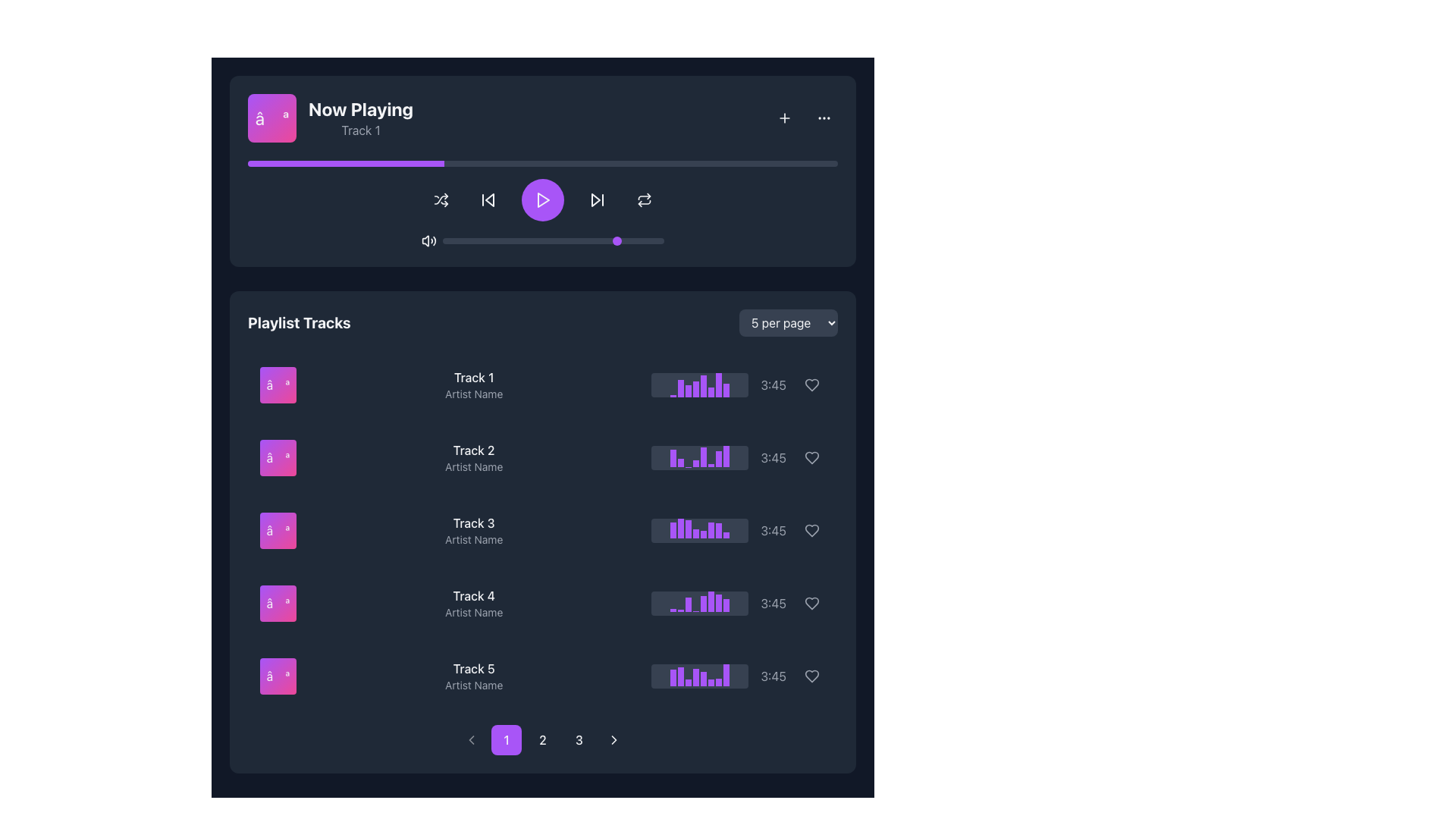 Image resolution: width=1456 pixels, height=819 pixels. What do you see at coordinates (278, 384) in the screenshot?
I see `the musical note icon centered within the first item in the 'Playlist Tracks' list, which is adjacent to the text 'Track 1 - Artist Name.'` at bounding box center [278, 384].